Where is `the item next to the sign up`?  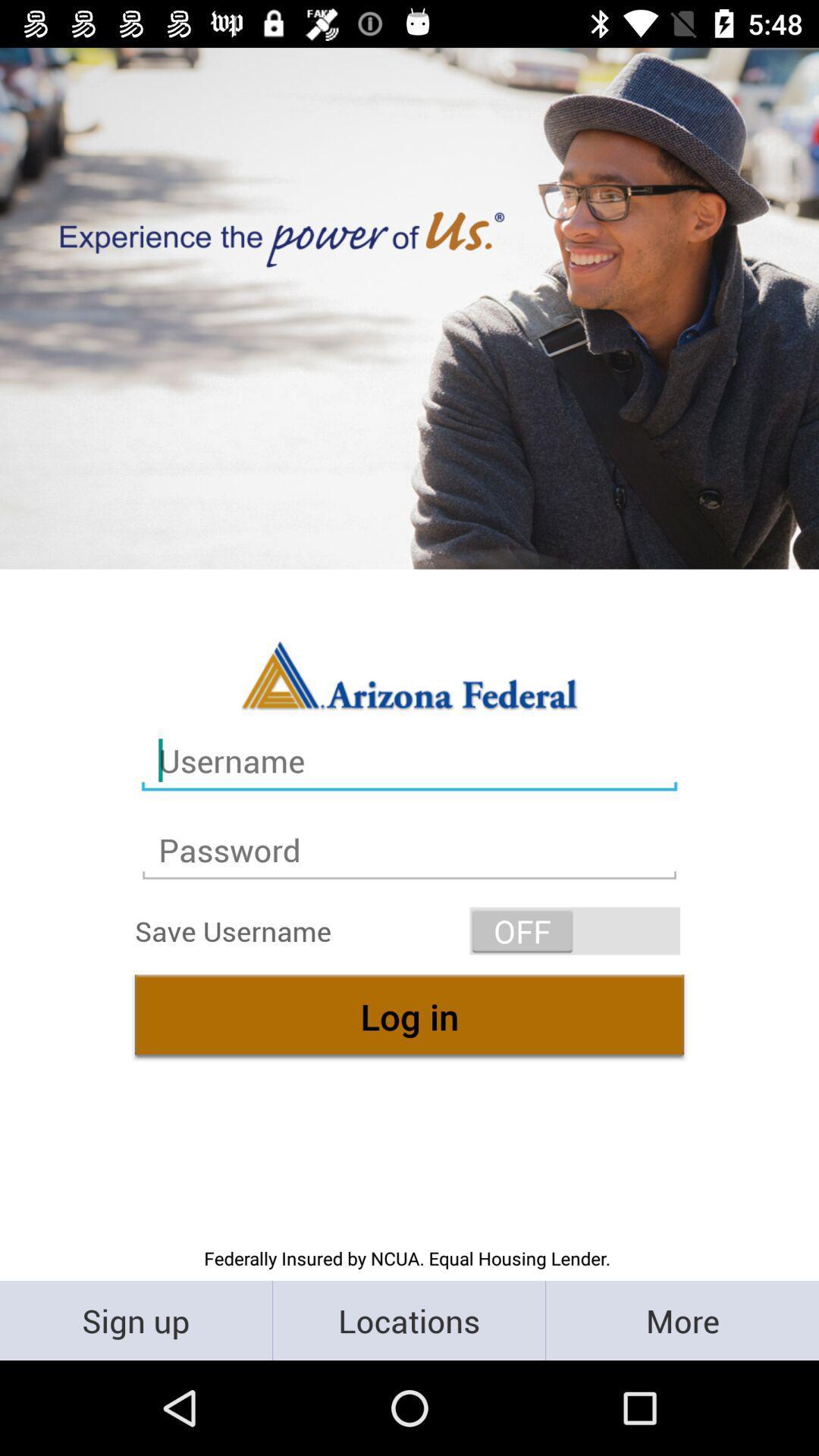 the item next to the sign up is located at coordinates (408, 1319).